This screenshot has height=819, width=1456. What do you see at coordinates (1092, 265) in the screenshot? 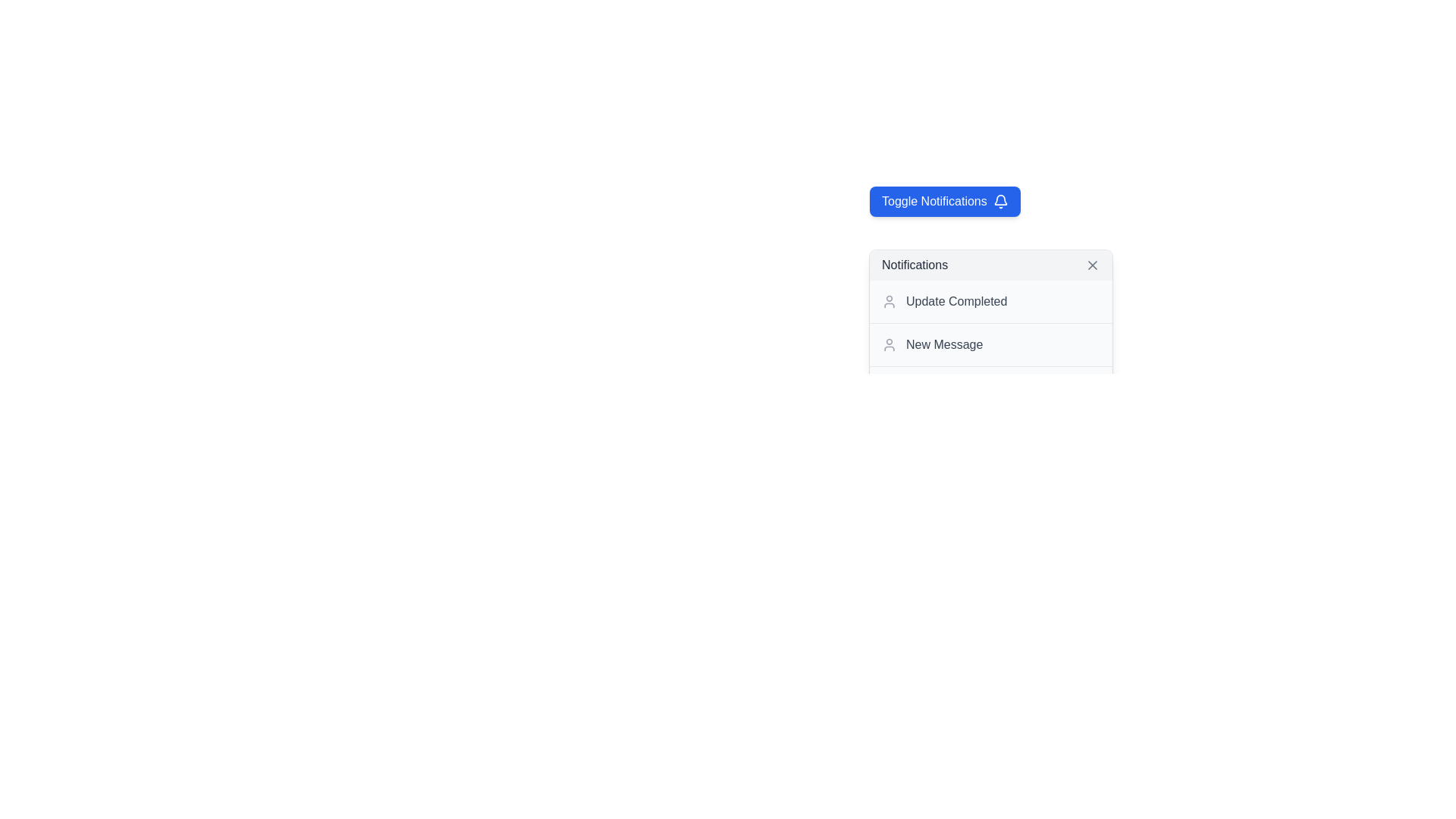
I see `the close icon represented by a small cross in the top-right corner of the notification dropdown` at bounding box center [1092, 265].